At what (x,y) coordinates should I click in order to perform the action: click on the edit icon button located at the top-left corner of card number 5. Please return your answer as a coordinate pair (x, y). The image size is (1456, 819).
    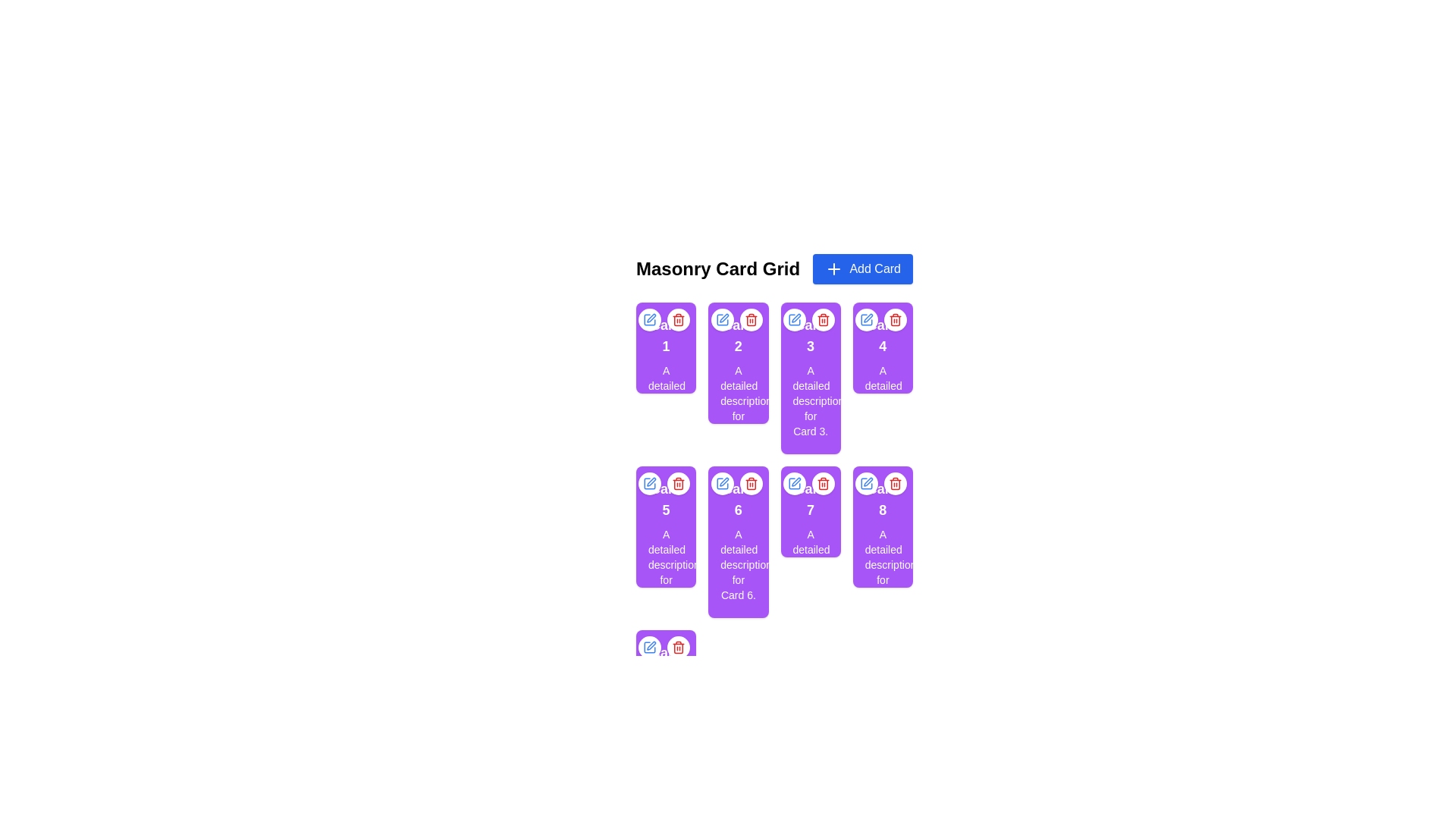
    Looking at the image, I should click on (650, 483).